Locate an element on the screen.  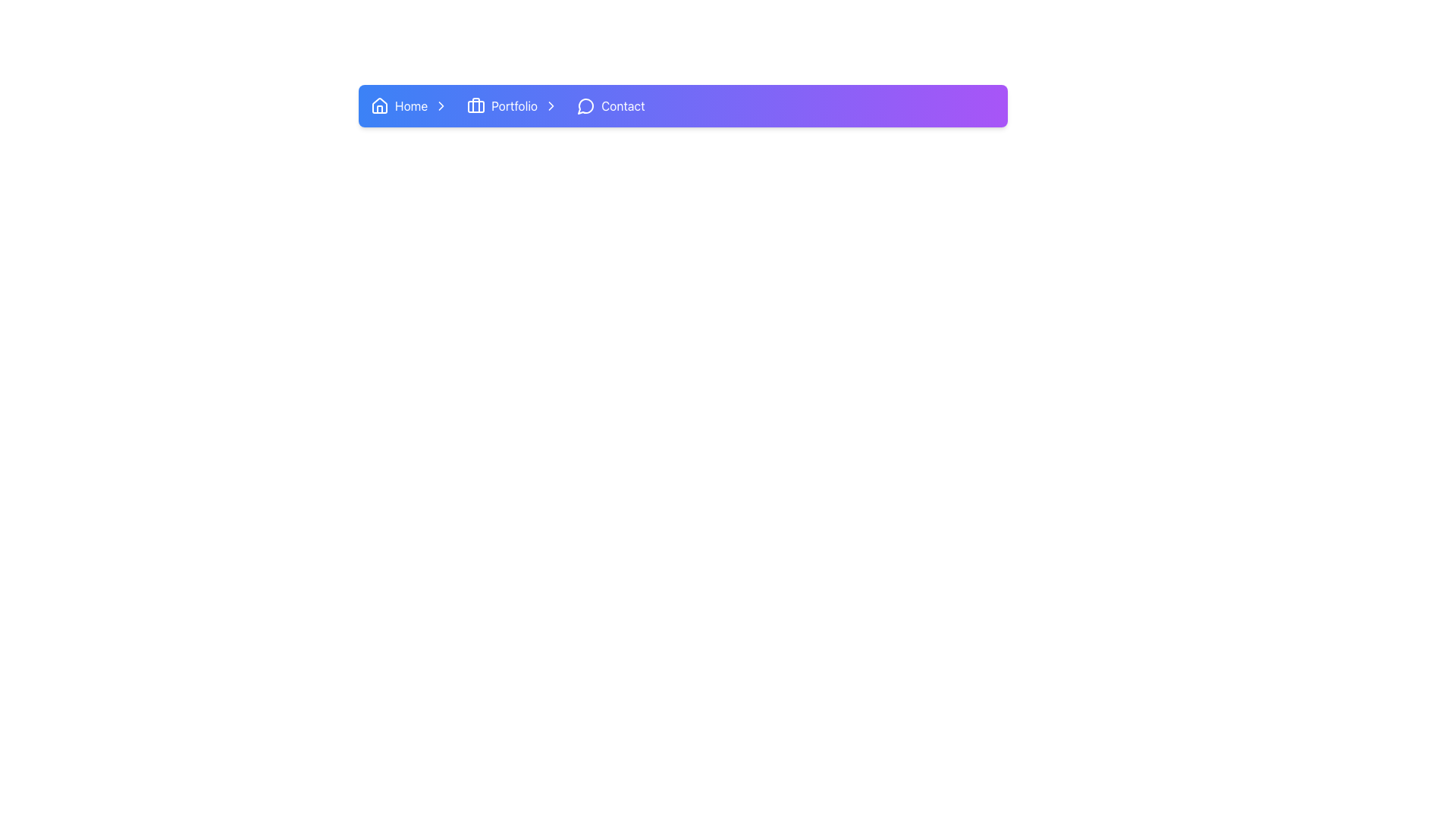
the Anchor element in the navigation bar that redirects to the homepage is located at coordinates (413, 105).